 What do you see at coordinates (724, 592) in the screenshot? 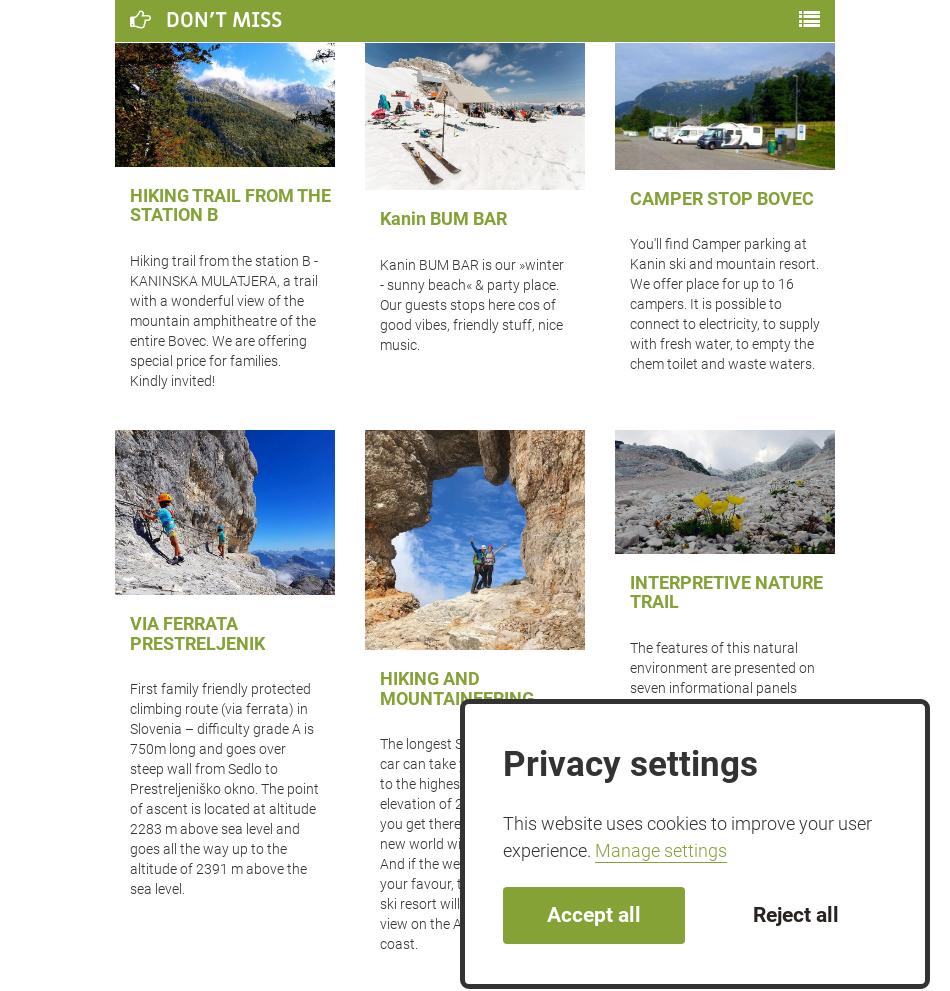
I see `'INTERPRETIVE NATURE TRAIL'` at bounding box center [724, 592].